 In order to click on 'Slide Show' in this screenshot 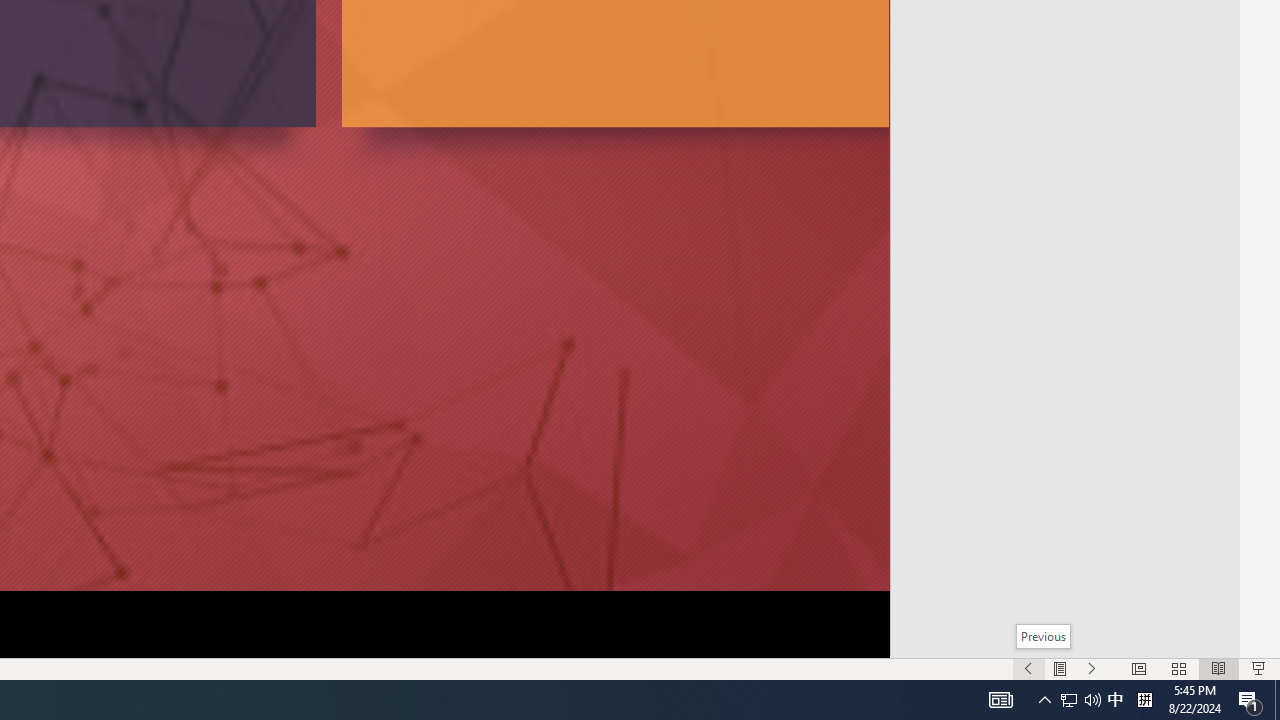, I will do `click(1257, 669)`.